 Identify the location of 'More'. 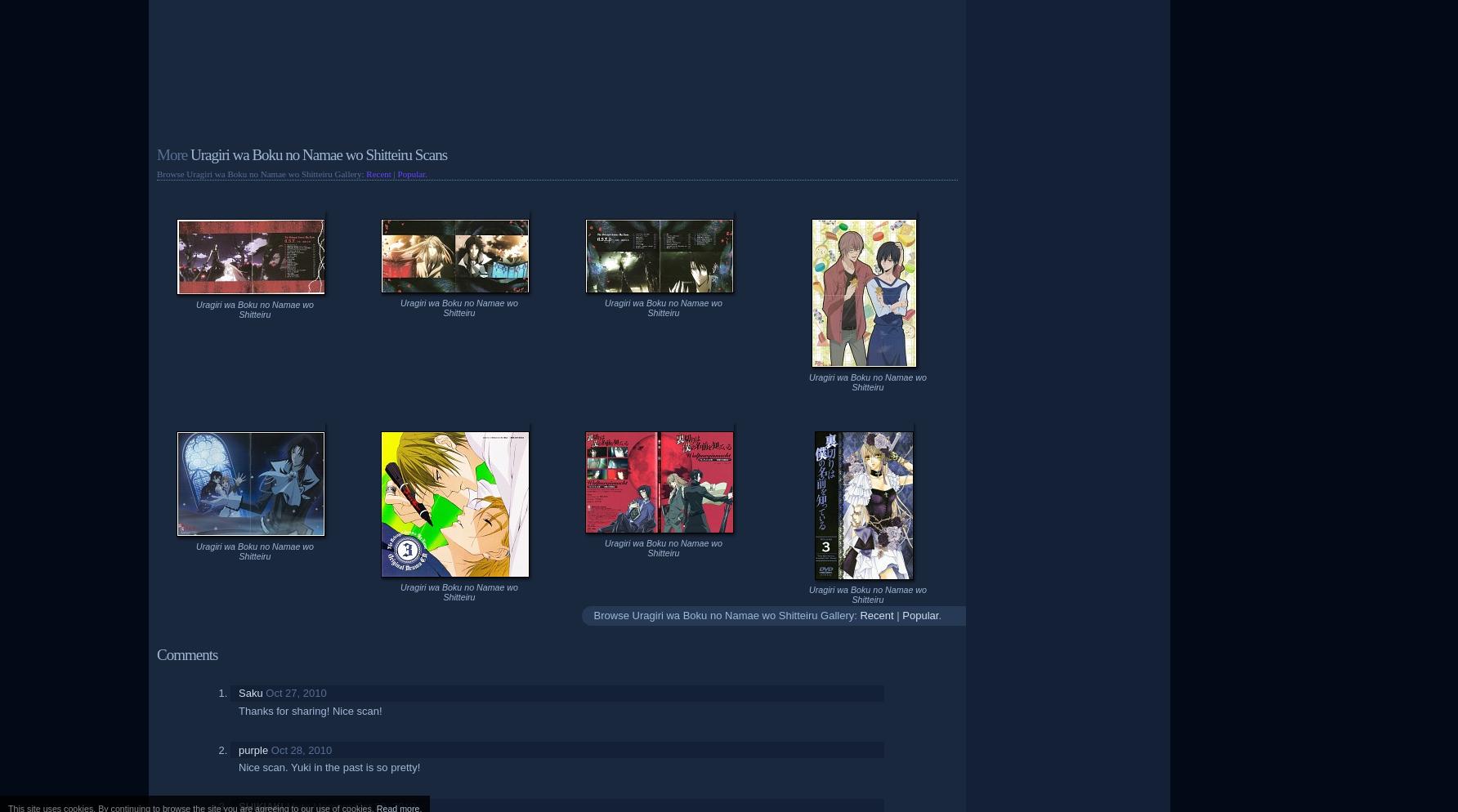
(171, 154).